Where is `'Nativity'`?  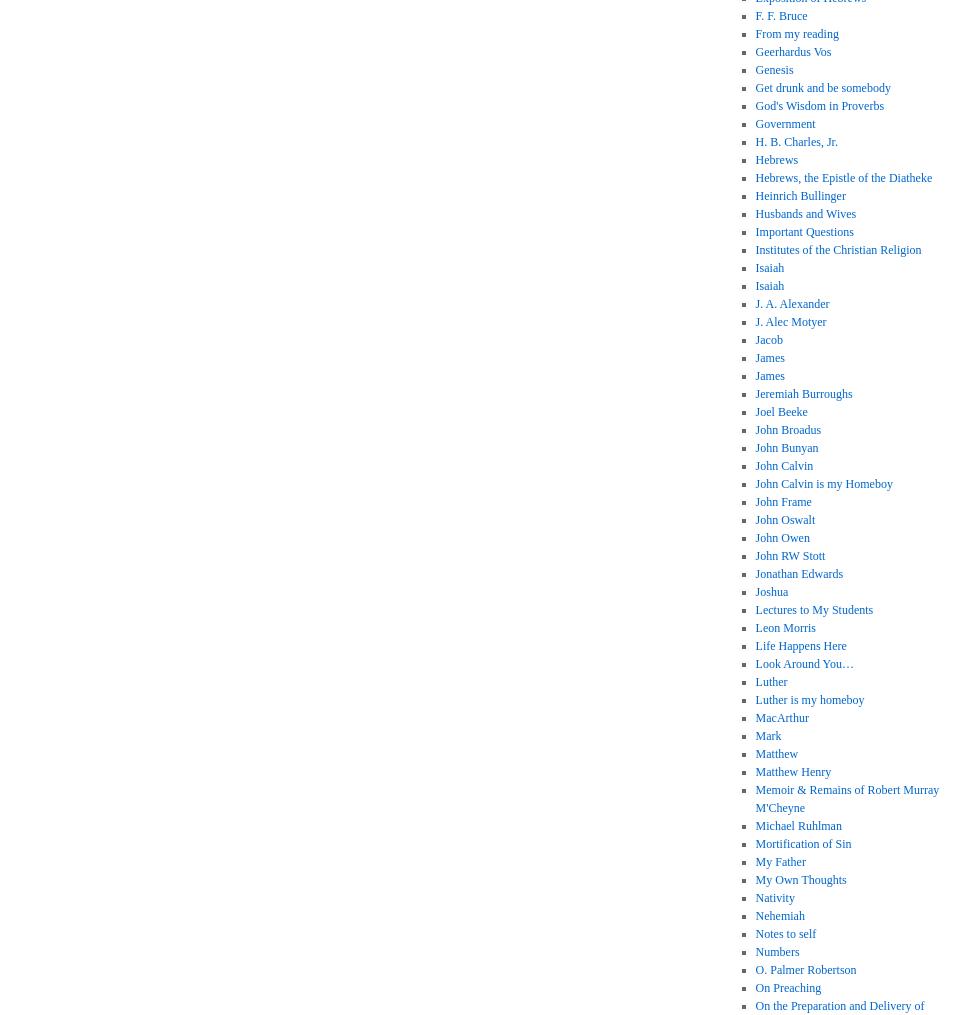
'Nativity' is located at coordinates (774, 896).